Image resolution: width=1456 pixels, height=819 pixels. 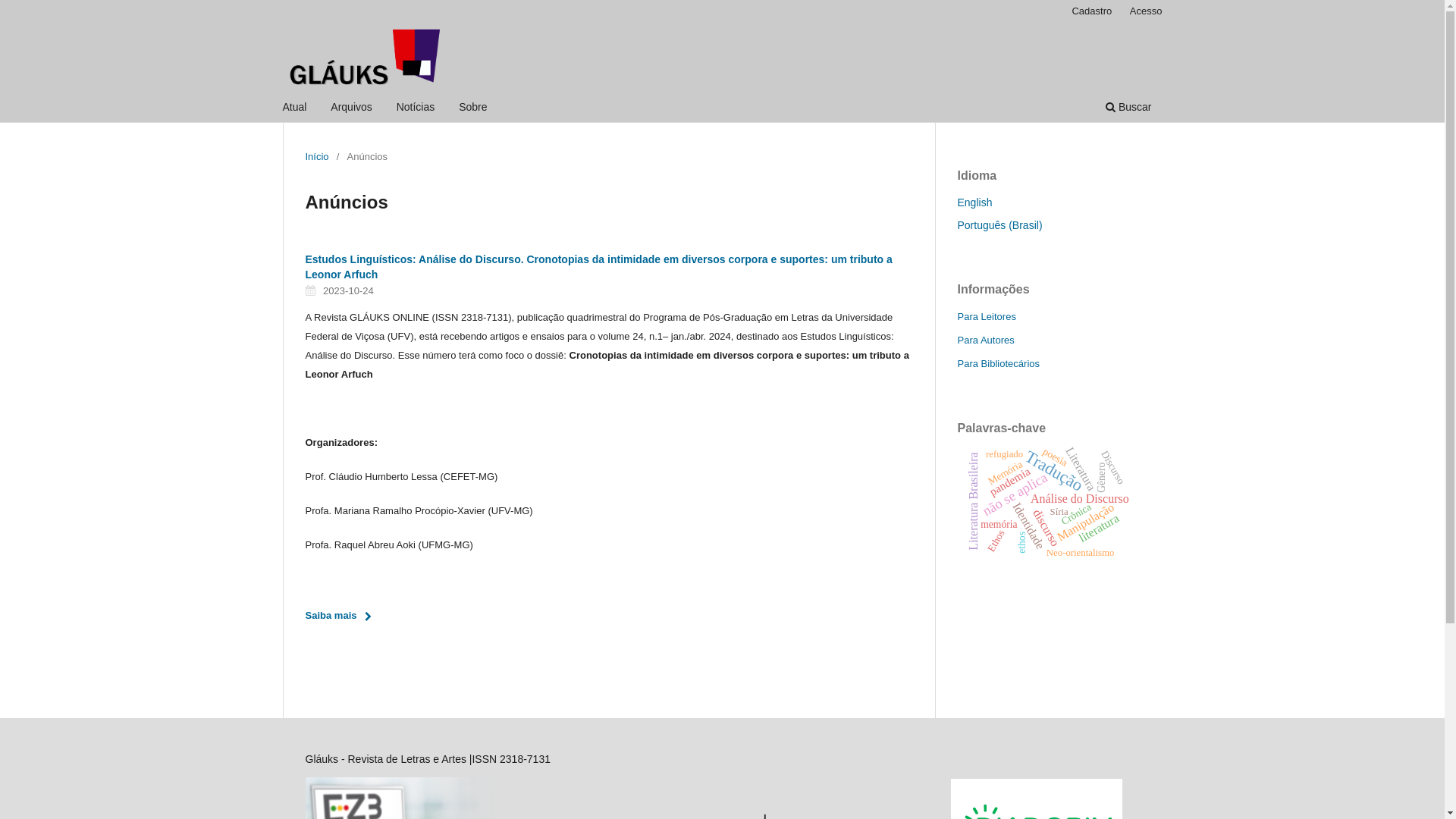 What do you see at coordinates (341, 616) in the screenshot?
I see `'Saiba mais'` at bounding box center [341, 616].